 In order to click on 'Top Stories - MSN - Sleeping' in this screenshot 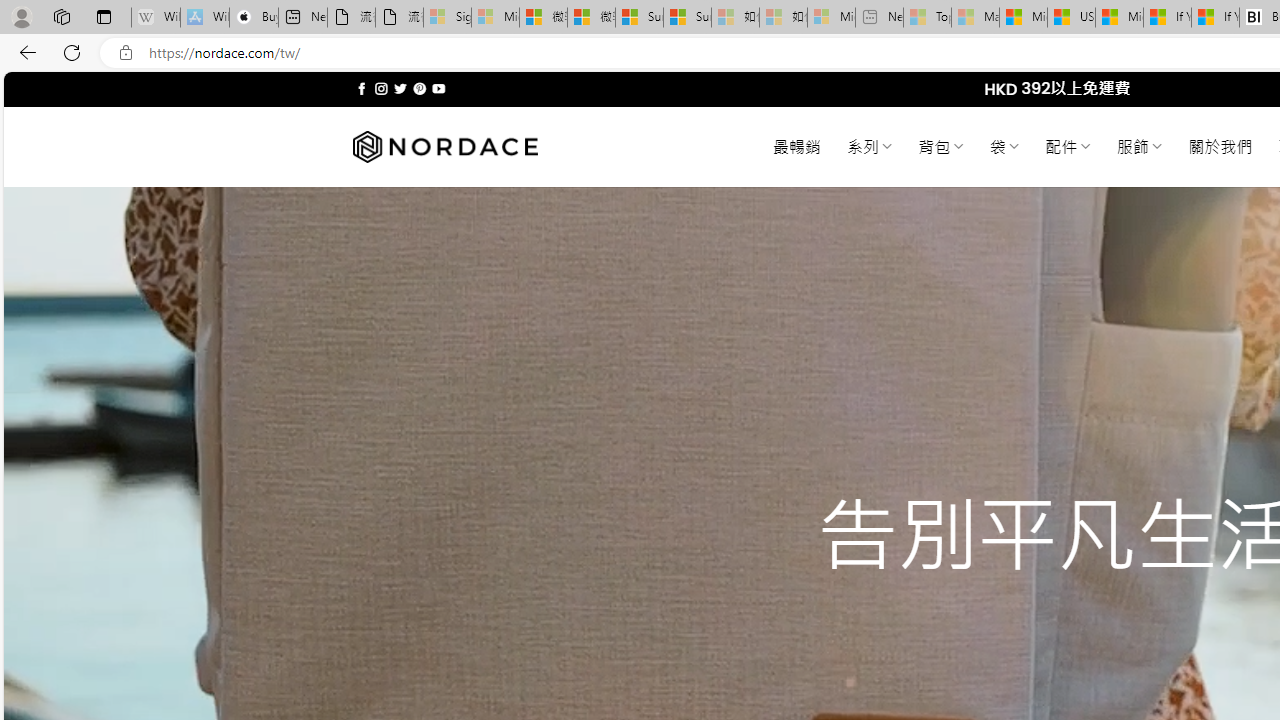, I will do `click(926, 17)`.